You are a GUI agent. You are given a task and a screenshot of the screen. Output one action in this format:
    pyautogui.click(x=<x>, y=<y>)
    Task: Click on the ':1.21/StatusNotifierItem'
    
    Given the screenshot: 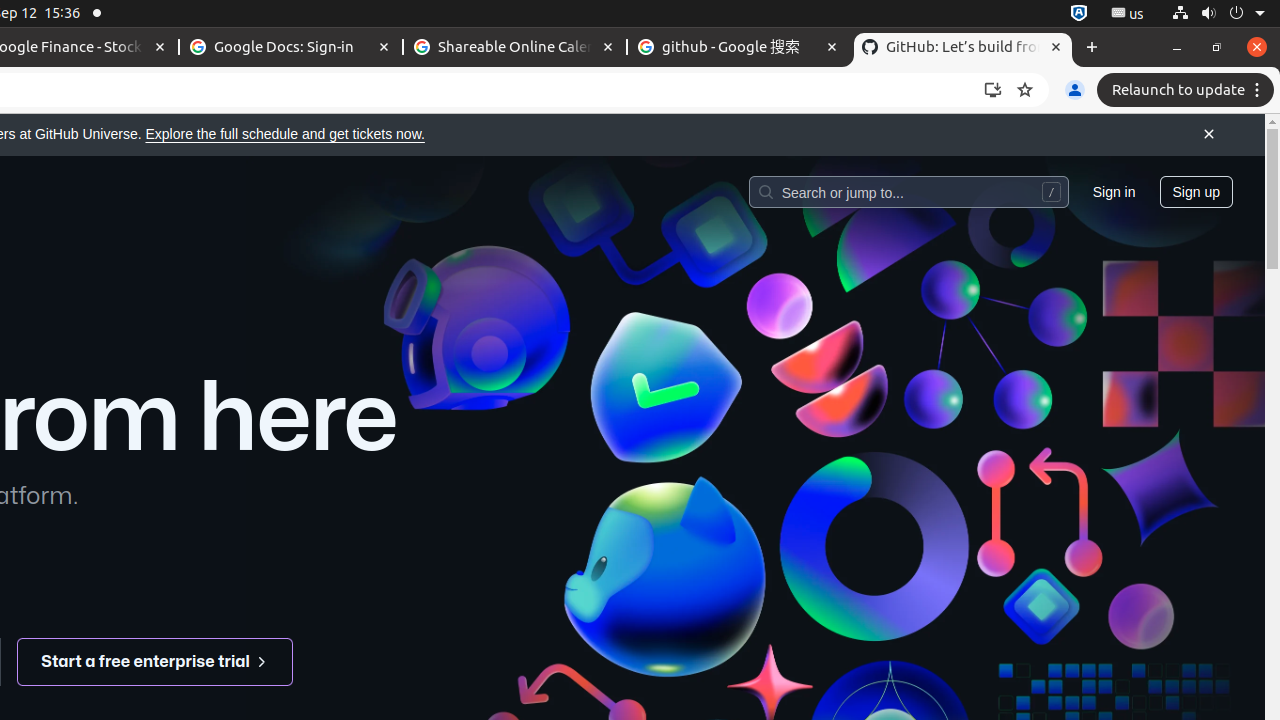 What is the action you would take?
    pyautogui.click(x=1127, y=13)
    